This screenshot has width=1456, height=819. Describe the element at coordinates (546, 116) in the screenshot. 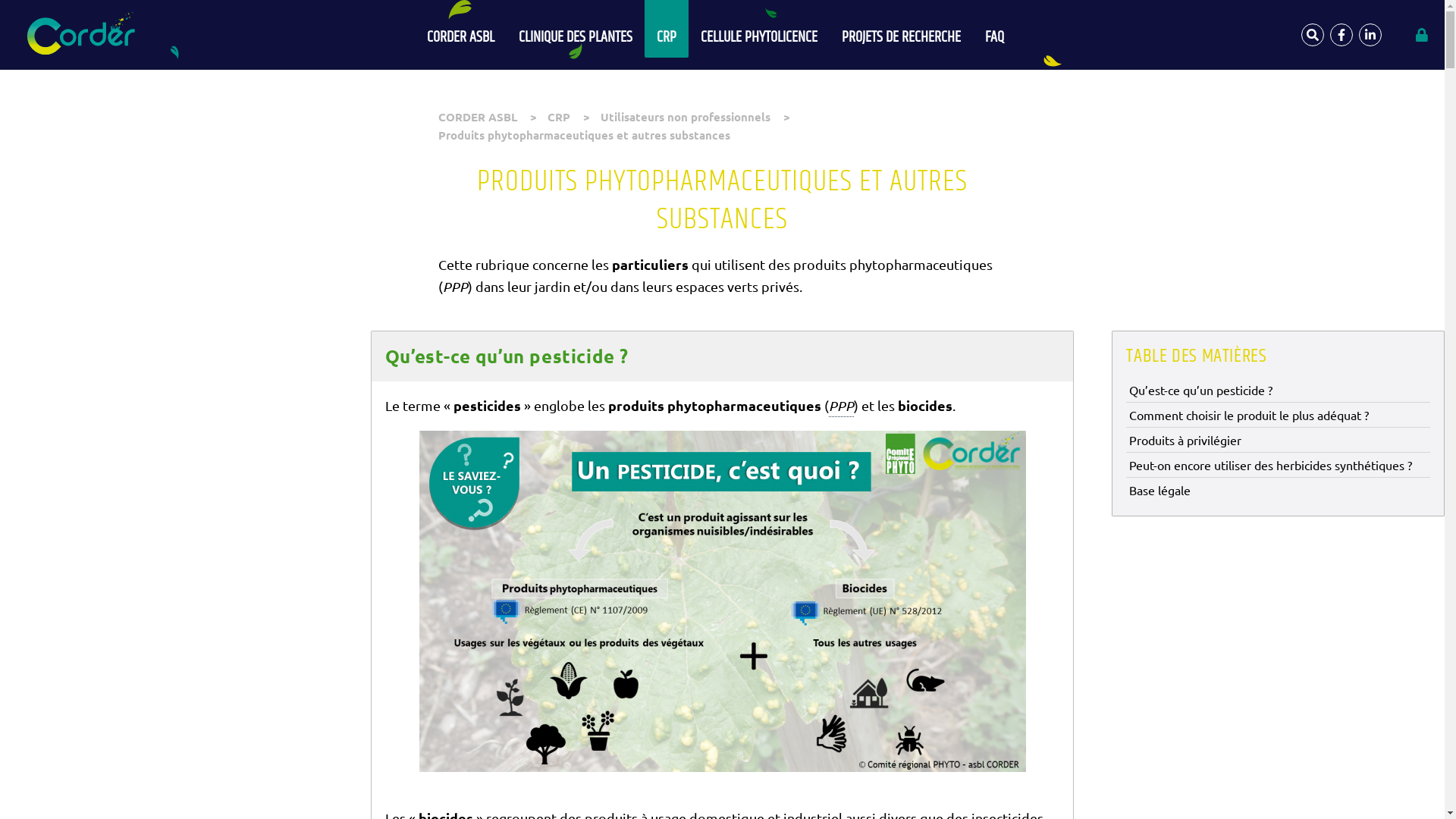

I see `'CRP'` at that location.